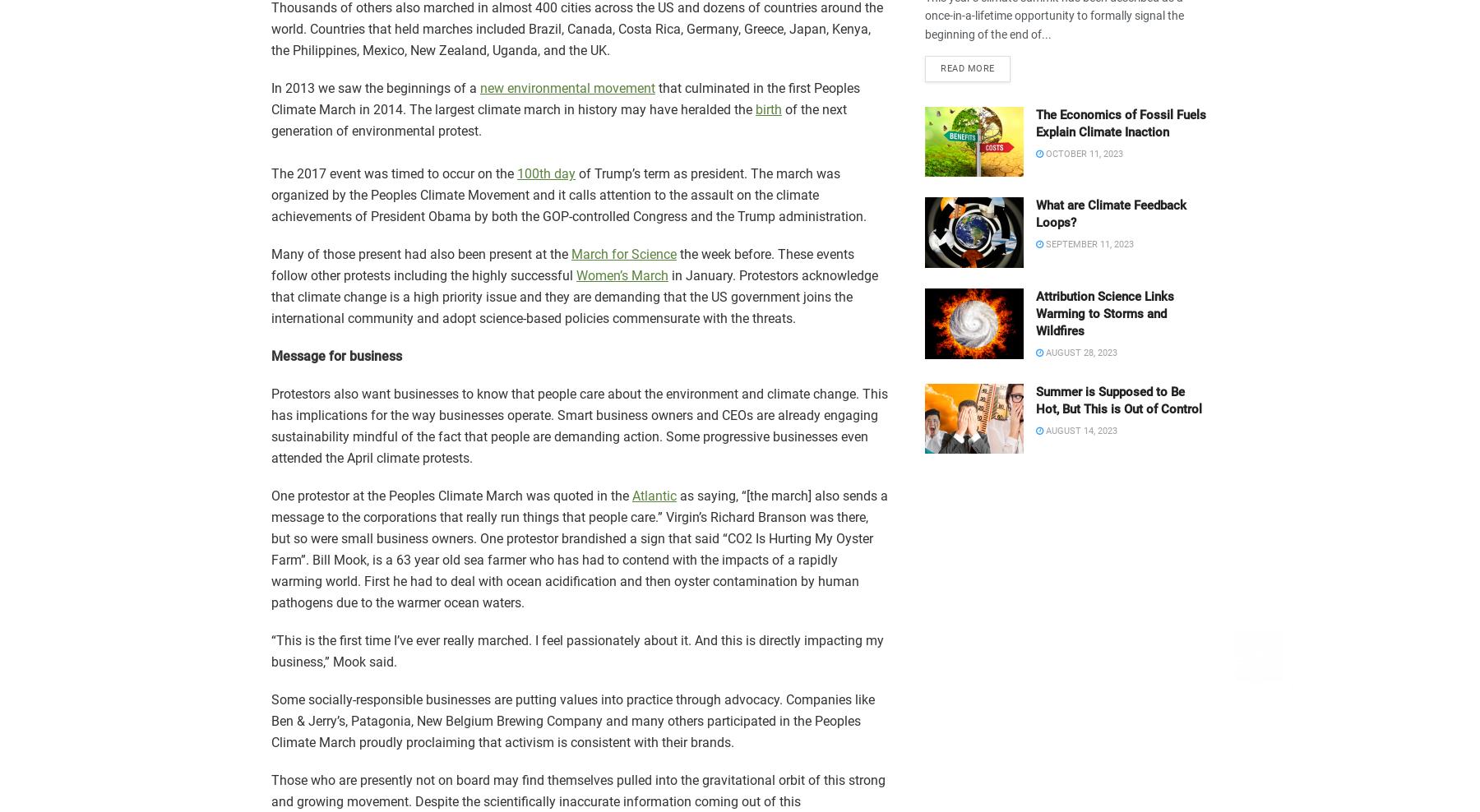  What do you see at coordinates (567, 88) in the screenshot?
I see `'new environmental movement'` at bounding box center [567, 88].